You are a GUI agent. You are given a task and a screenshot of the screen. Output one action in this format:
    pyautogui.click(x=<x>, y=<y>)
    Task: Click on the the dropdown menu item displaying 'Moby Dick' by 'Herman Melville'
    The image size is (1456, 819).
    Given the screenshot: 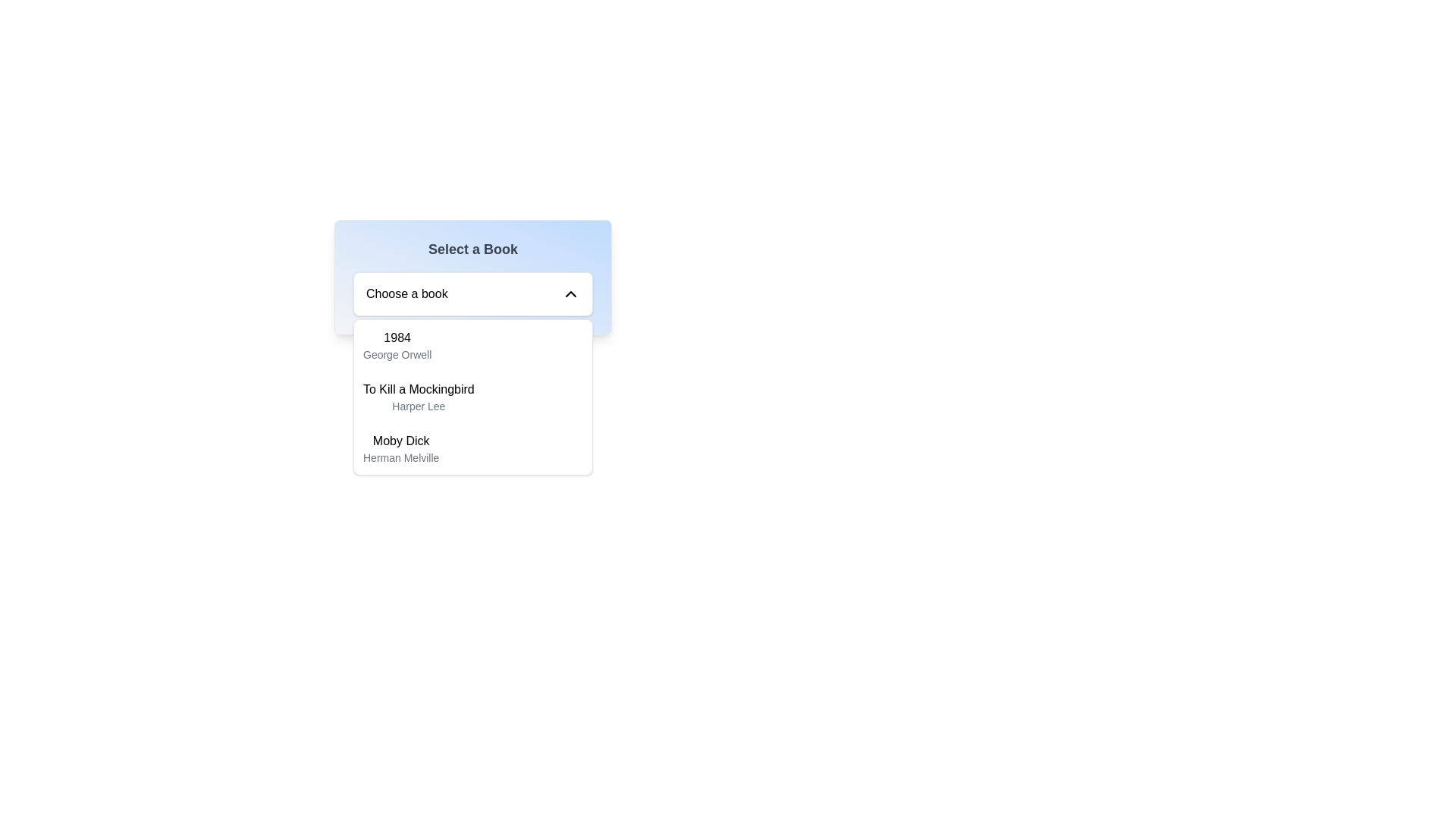 What is the action you would take?
    pyautogui.click(x=401, y=447)
    